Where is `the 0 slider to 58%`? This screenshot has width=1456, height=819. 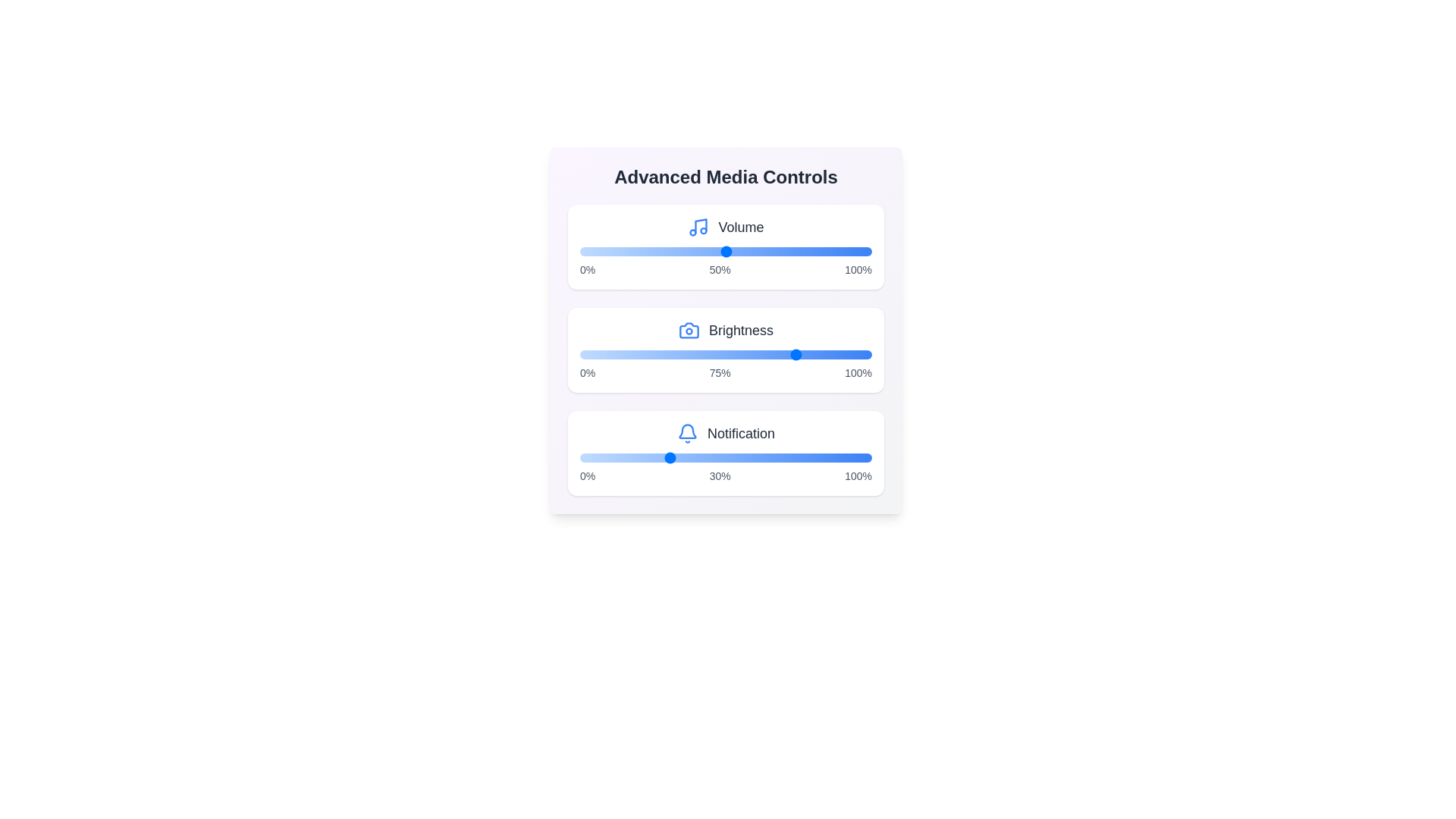 the 0 slider to 58% is located at coordinates (810, 250).